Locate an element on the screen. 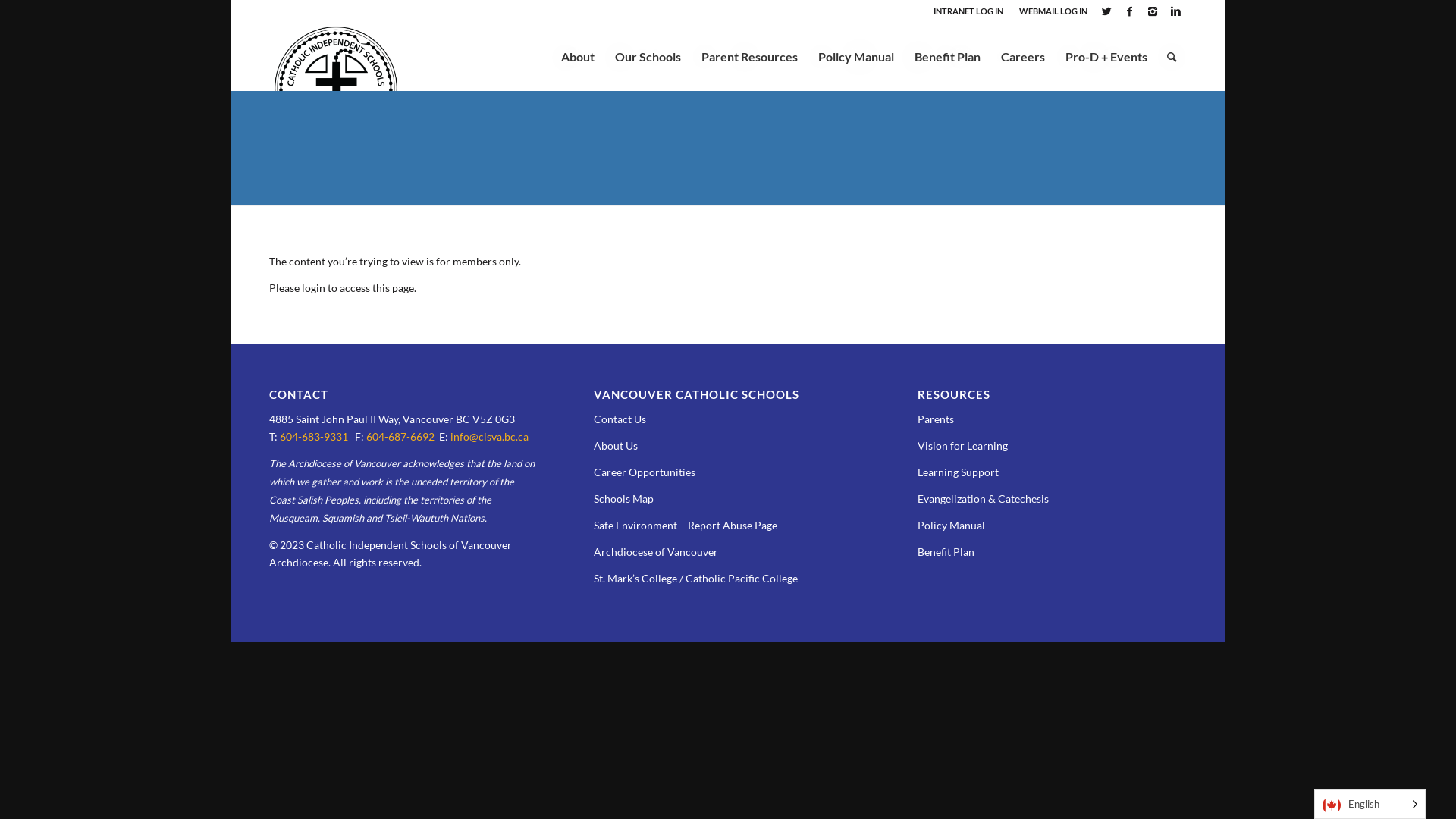 Image resolution: width=1456 pixels, height=819 pixels. 'Twitter' is located at coordinates (1106, 11).